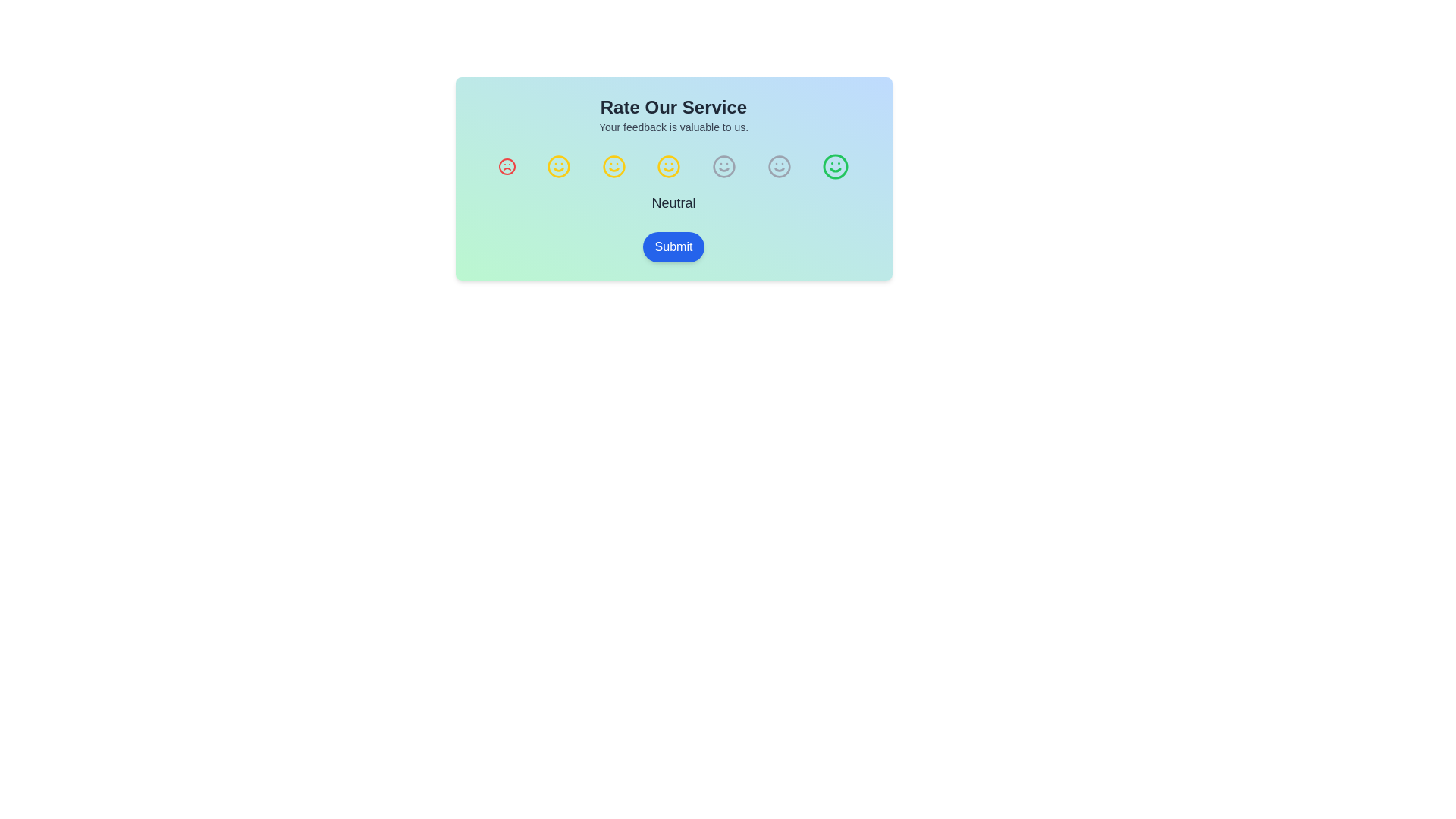 The image size is (1456, 819). What do you see at coordinates (673, 246) in the screenshot?
I see `the 'Submit' button to submit the selected rating` at bounding box center [673, 246].